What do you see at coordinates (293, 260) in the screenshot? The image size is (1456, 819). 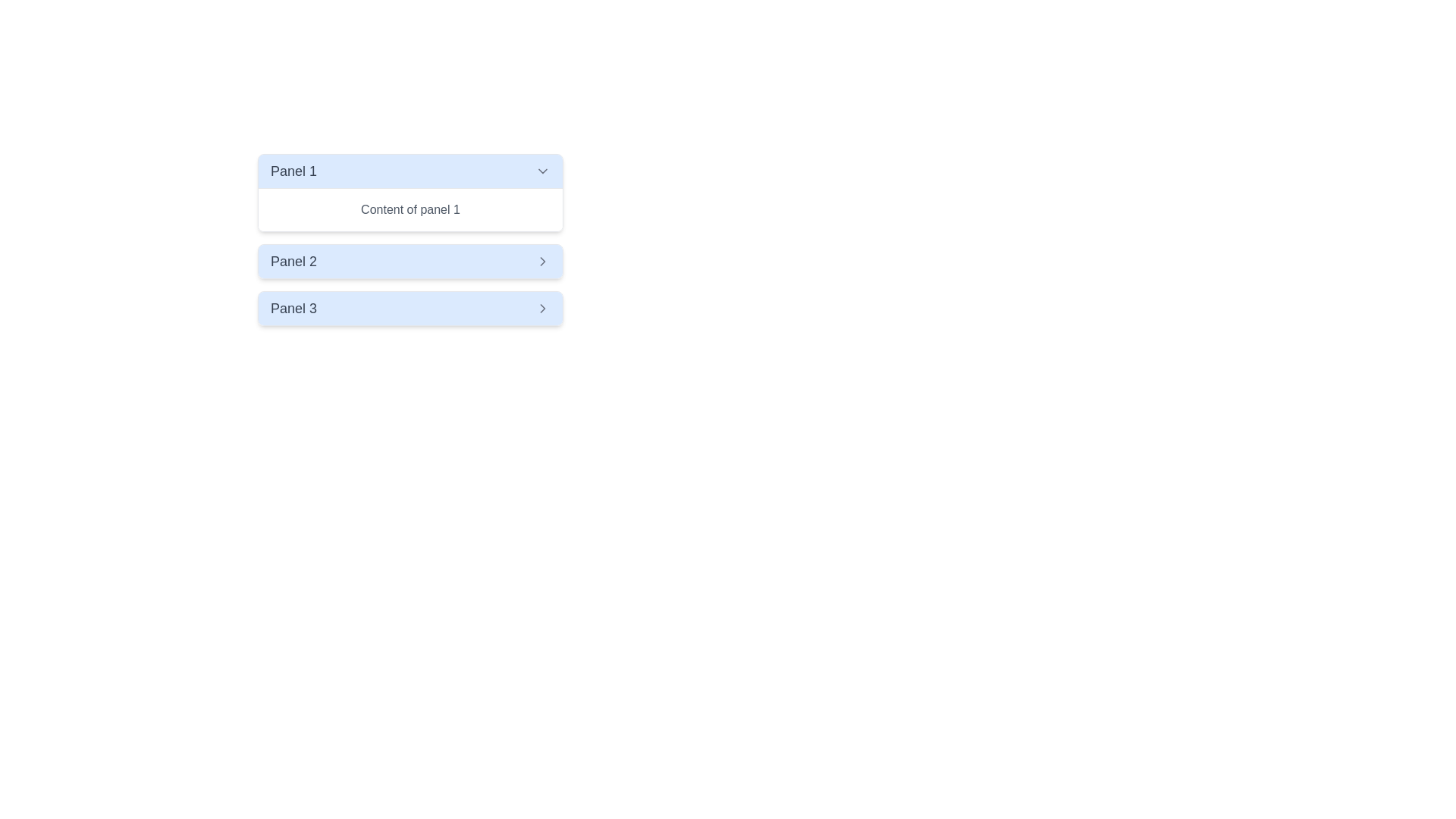 I see `the text label 'Panel 2'` at bounding box center [293, 260].